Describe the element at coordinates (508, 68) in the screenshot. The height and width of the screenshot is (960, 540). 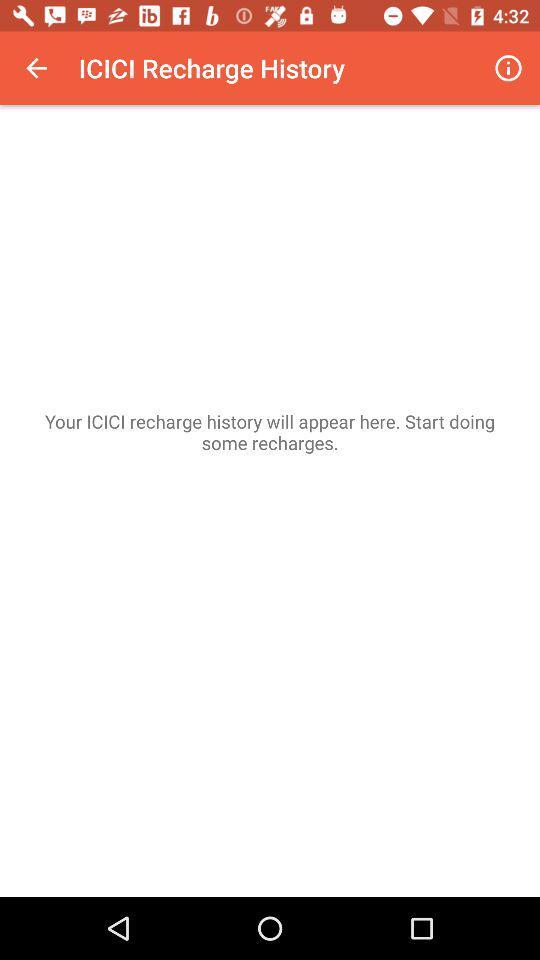
I see `the item at the top right corner` at that location.